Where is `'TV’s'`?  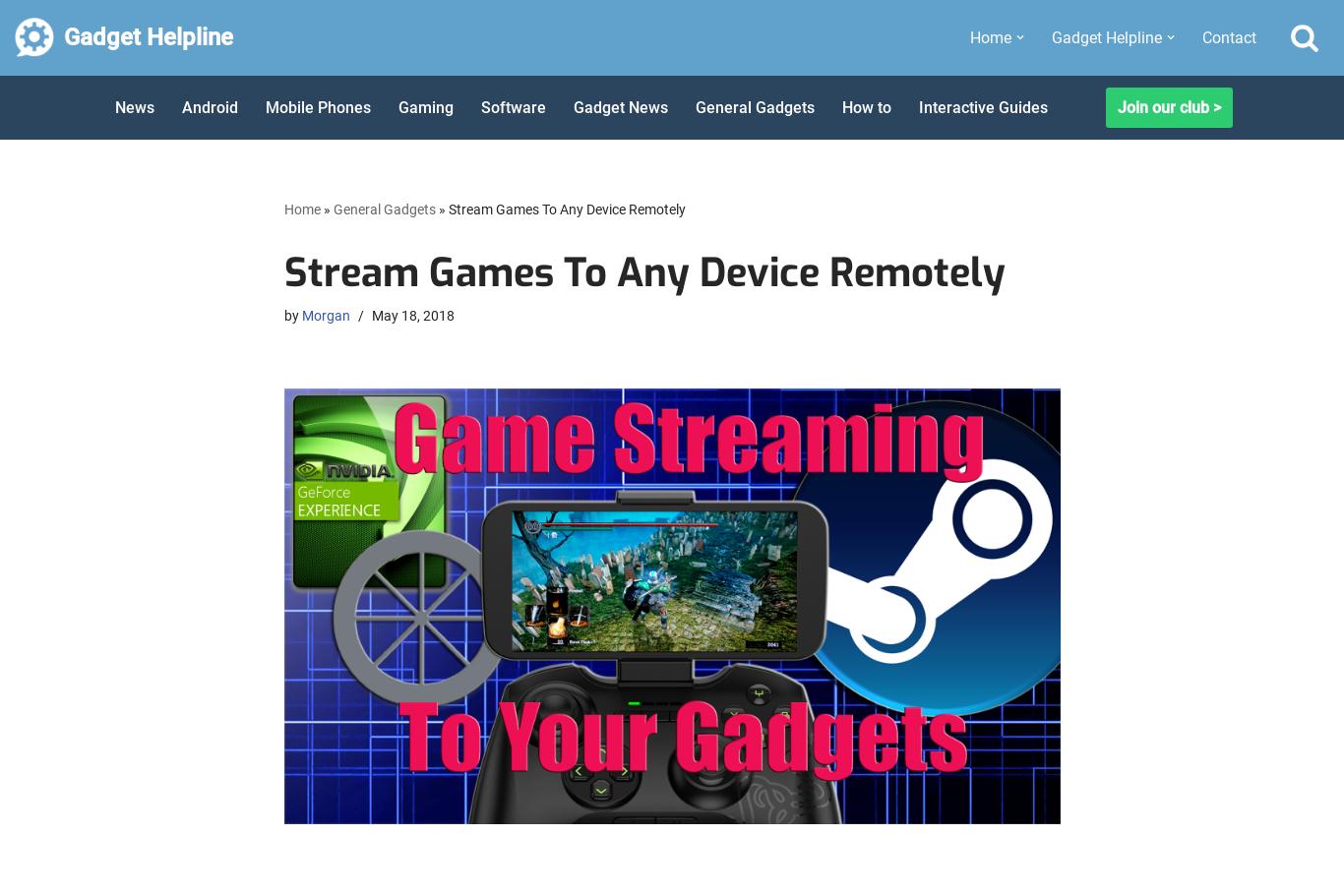 'TV’s' is located at coordinates (1061, 340).